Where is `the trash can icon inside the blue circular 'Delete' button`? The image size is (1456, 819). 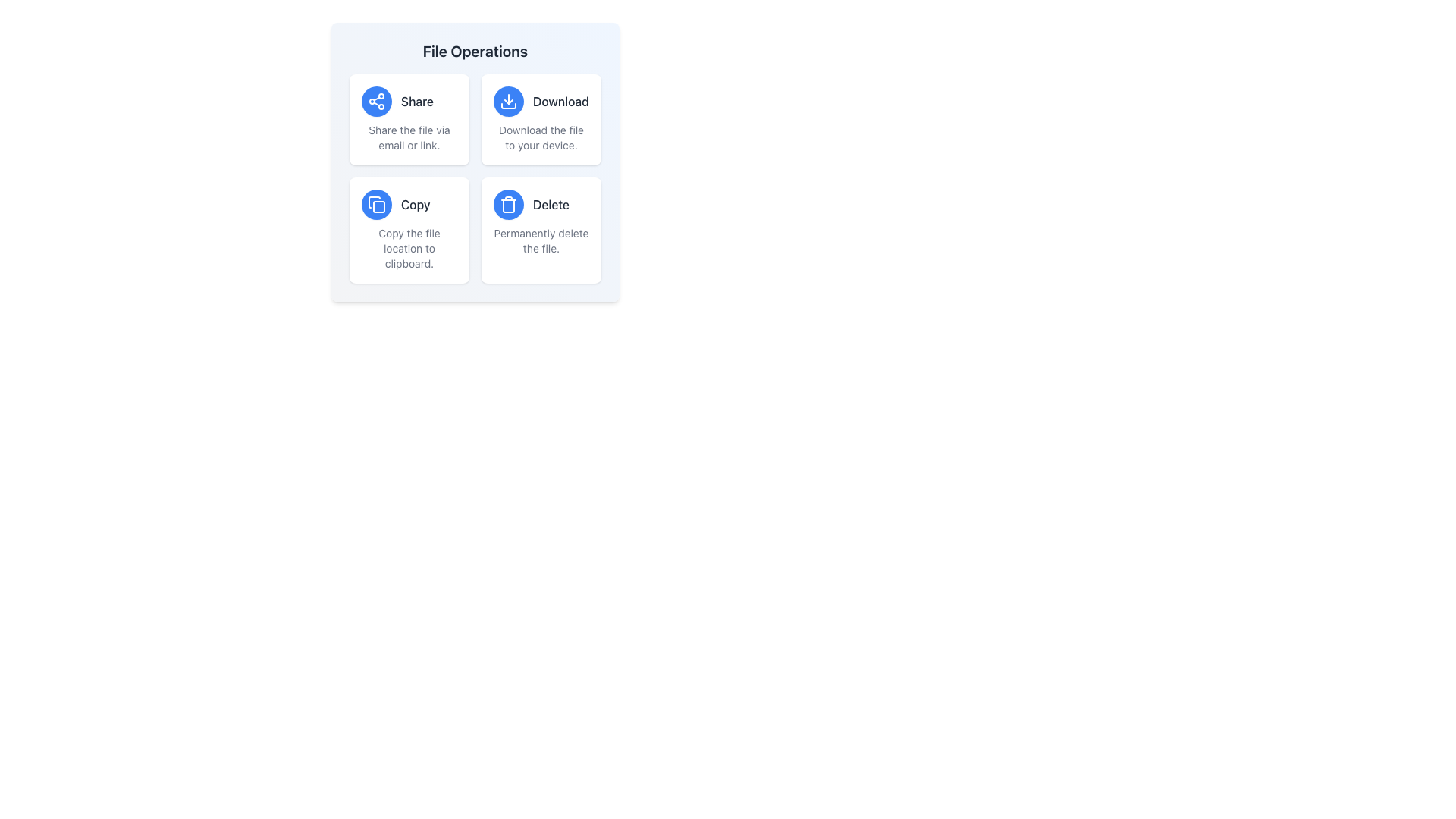
the trash can icon inside the blue circular 'Delete' button is located at coordinates (509, 205).